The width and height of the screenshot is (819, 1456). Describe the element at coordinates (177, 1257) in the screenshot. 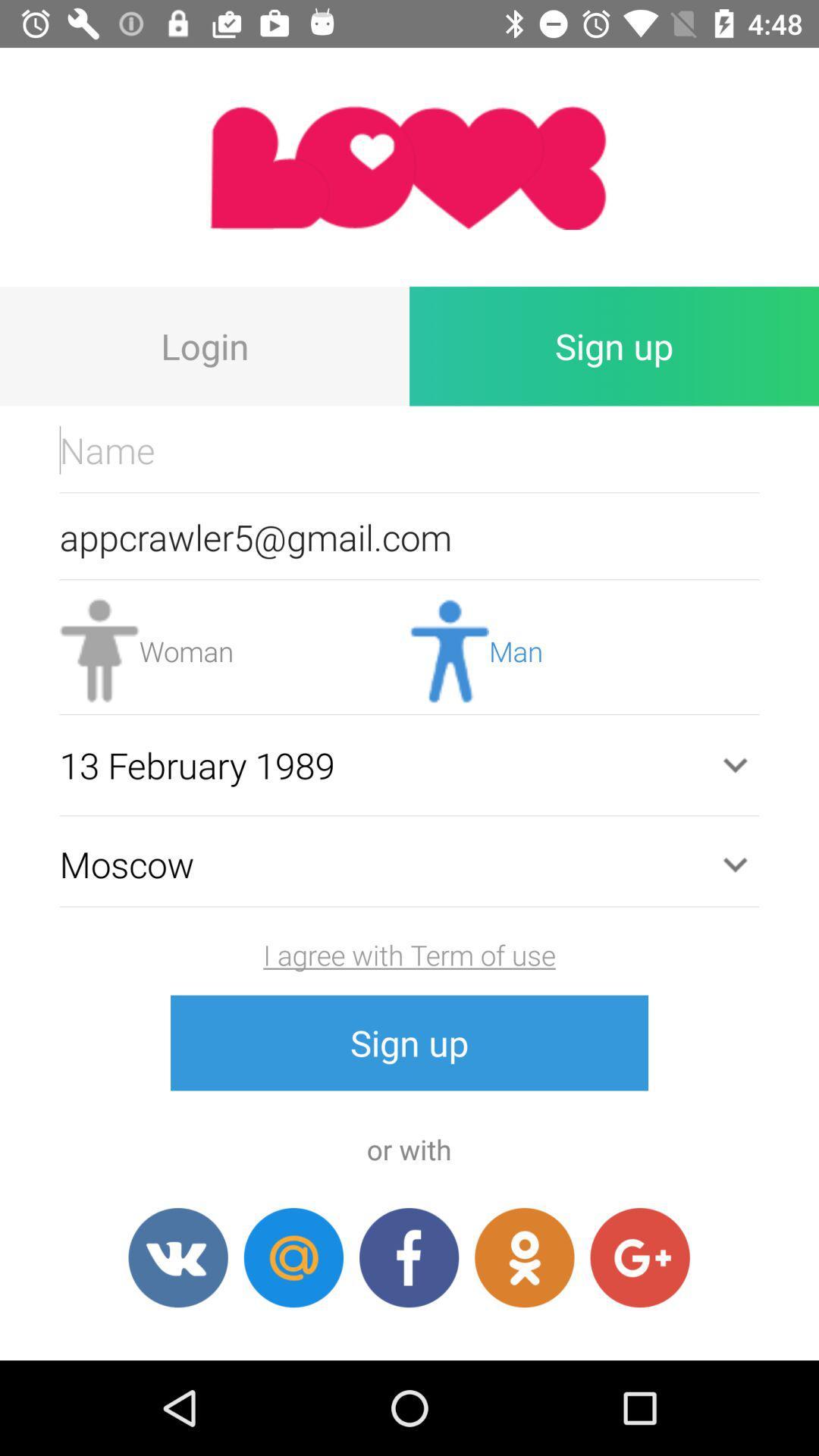

I see `social share button` at that location.